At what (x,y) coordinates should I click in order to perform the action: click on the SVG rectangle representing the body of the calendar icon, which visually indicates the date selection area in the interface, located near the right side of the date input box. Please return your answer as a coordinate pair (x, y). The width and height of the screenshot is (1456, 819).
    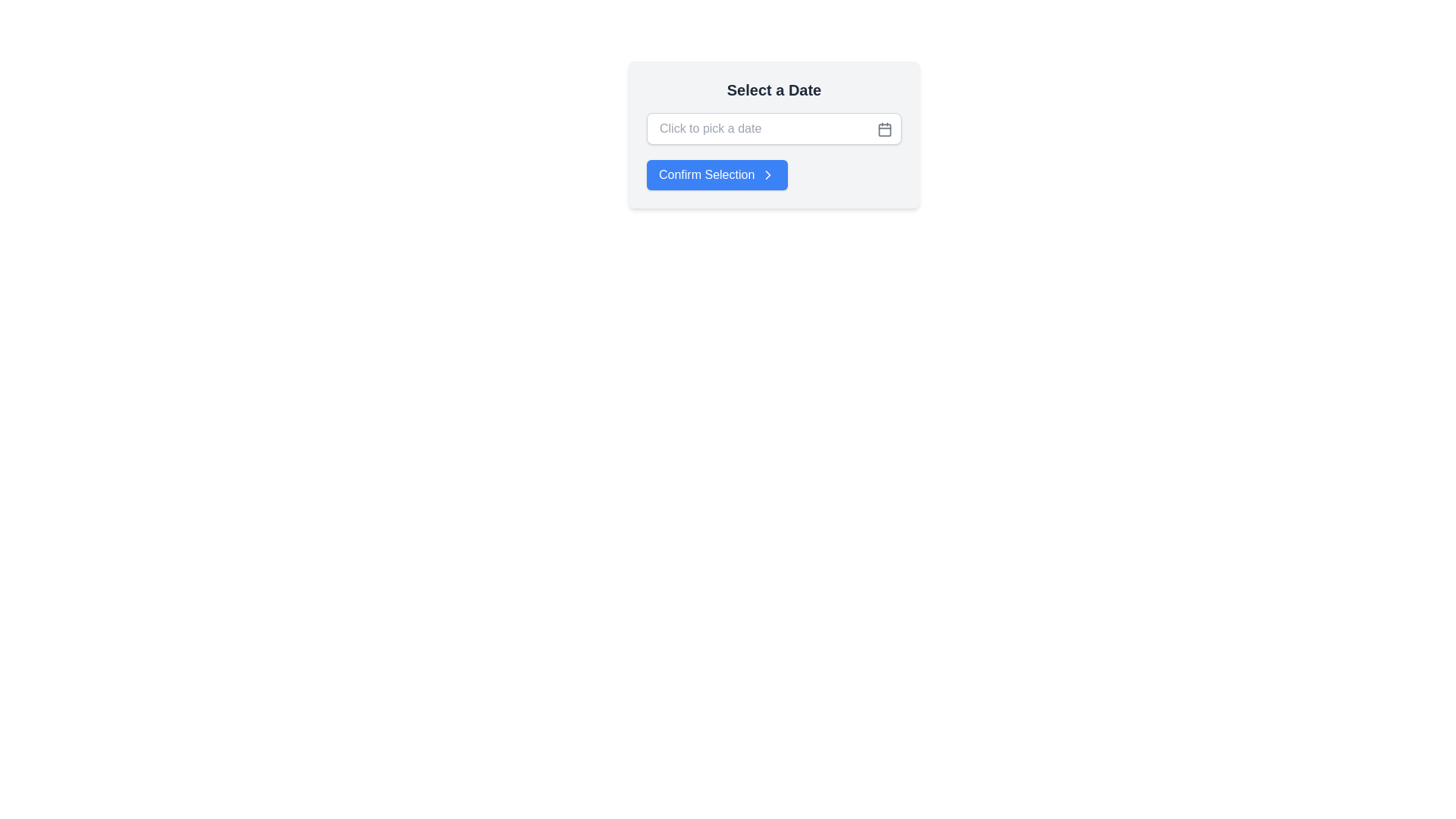
    Looking at the image, I should click on (884, 128).